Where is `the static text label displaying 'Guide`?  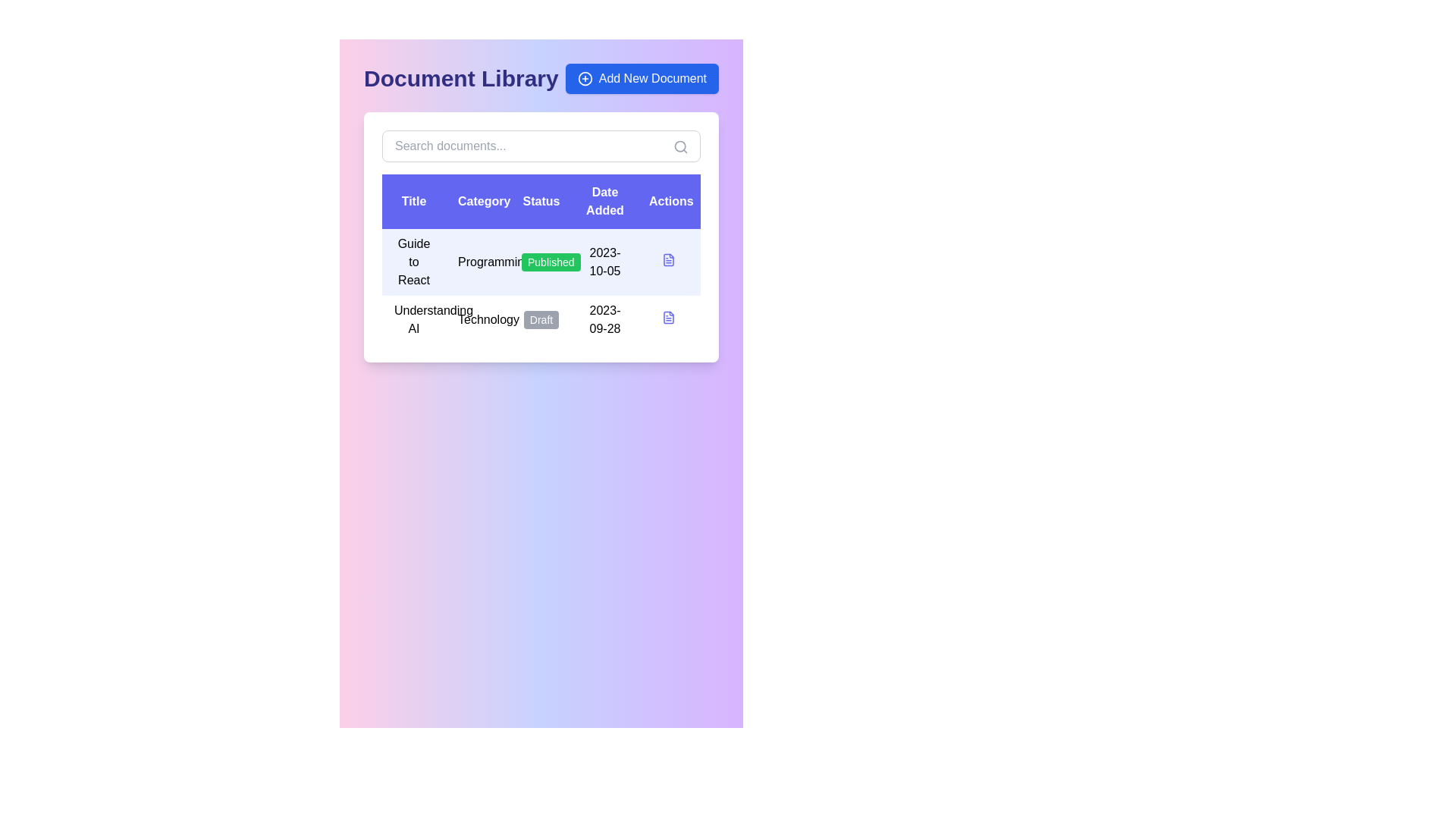 the static text label displaying 'Guide is located at coordinates (414, 262).